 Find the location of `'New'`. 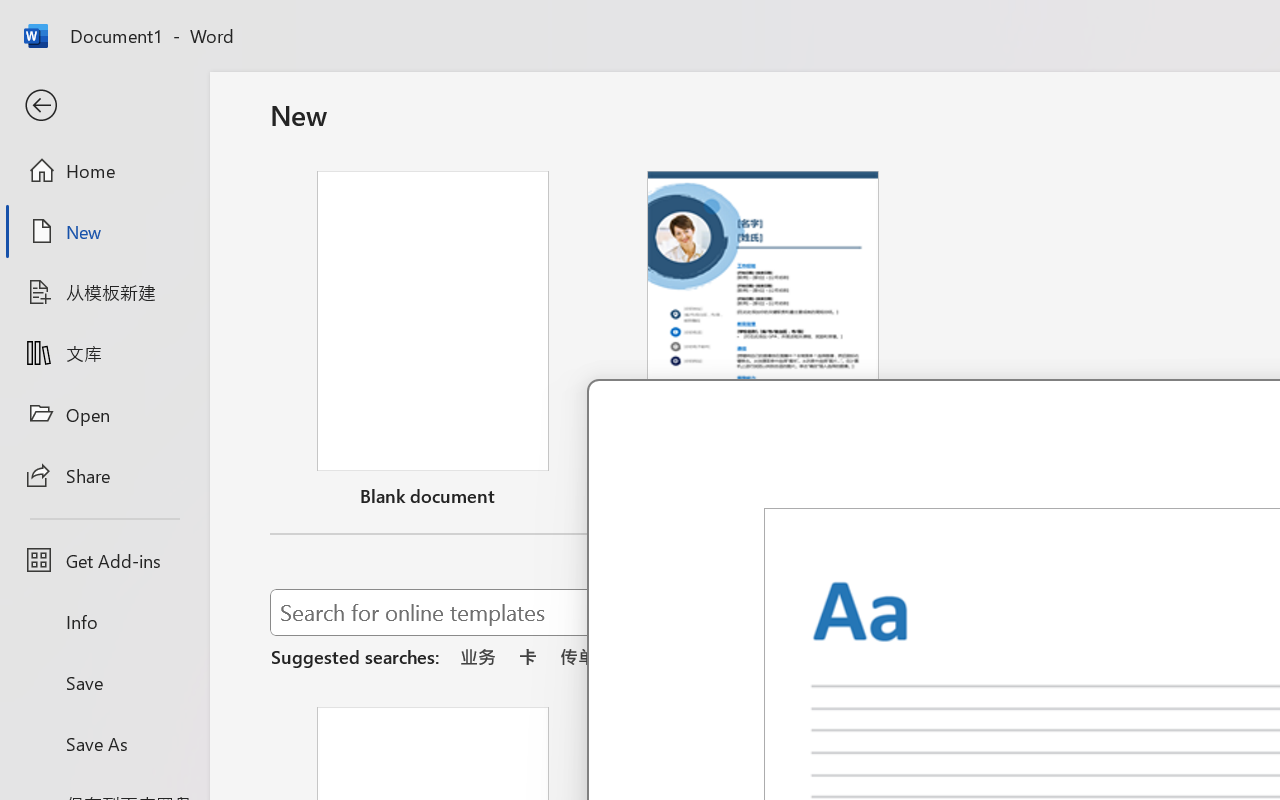

'New' is located at coordinates (103, 231).